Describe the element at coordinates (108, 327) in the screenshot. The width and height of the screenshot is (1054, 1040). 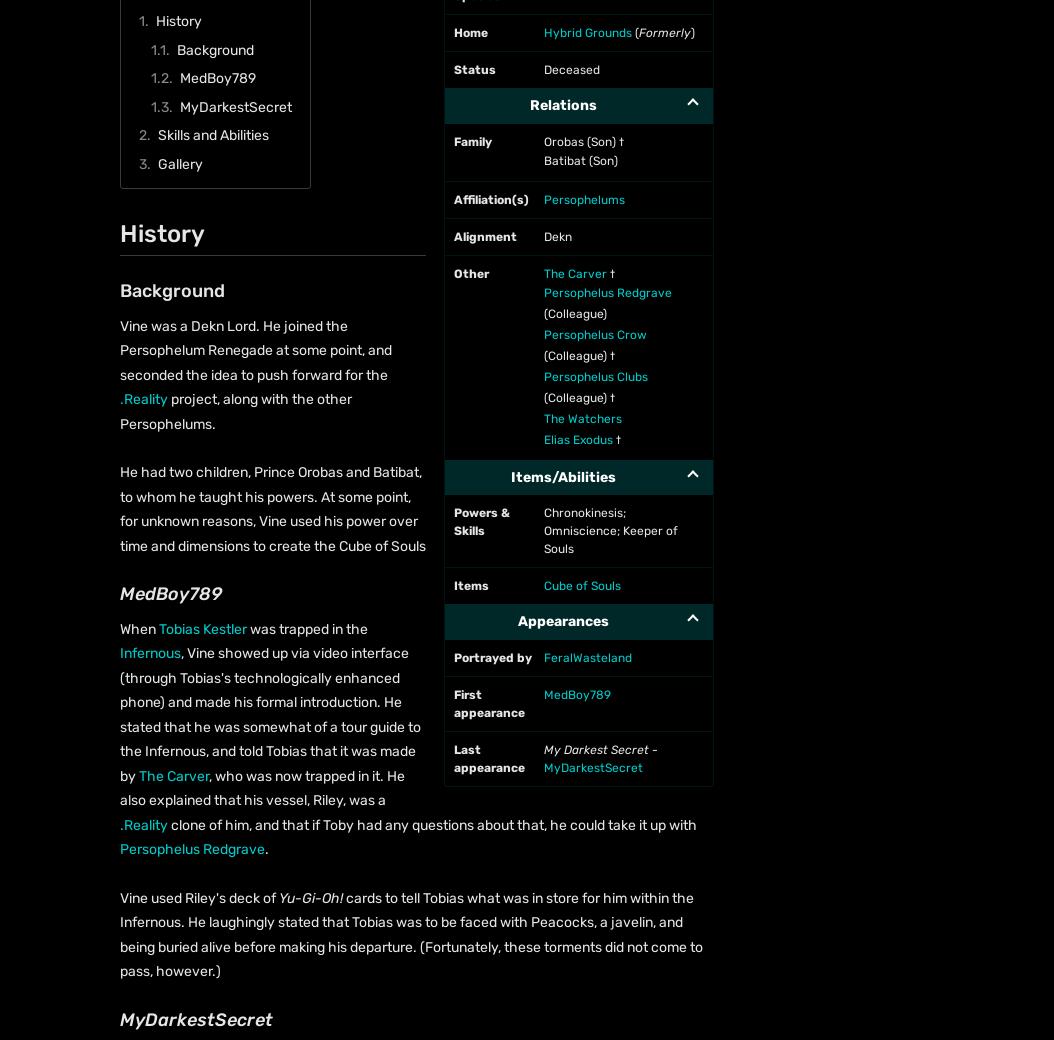
I see `'Careers'` at that location.